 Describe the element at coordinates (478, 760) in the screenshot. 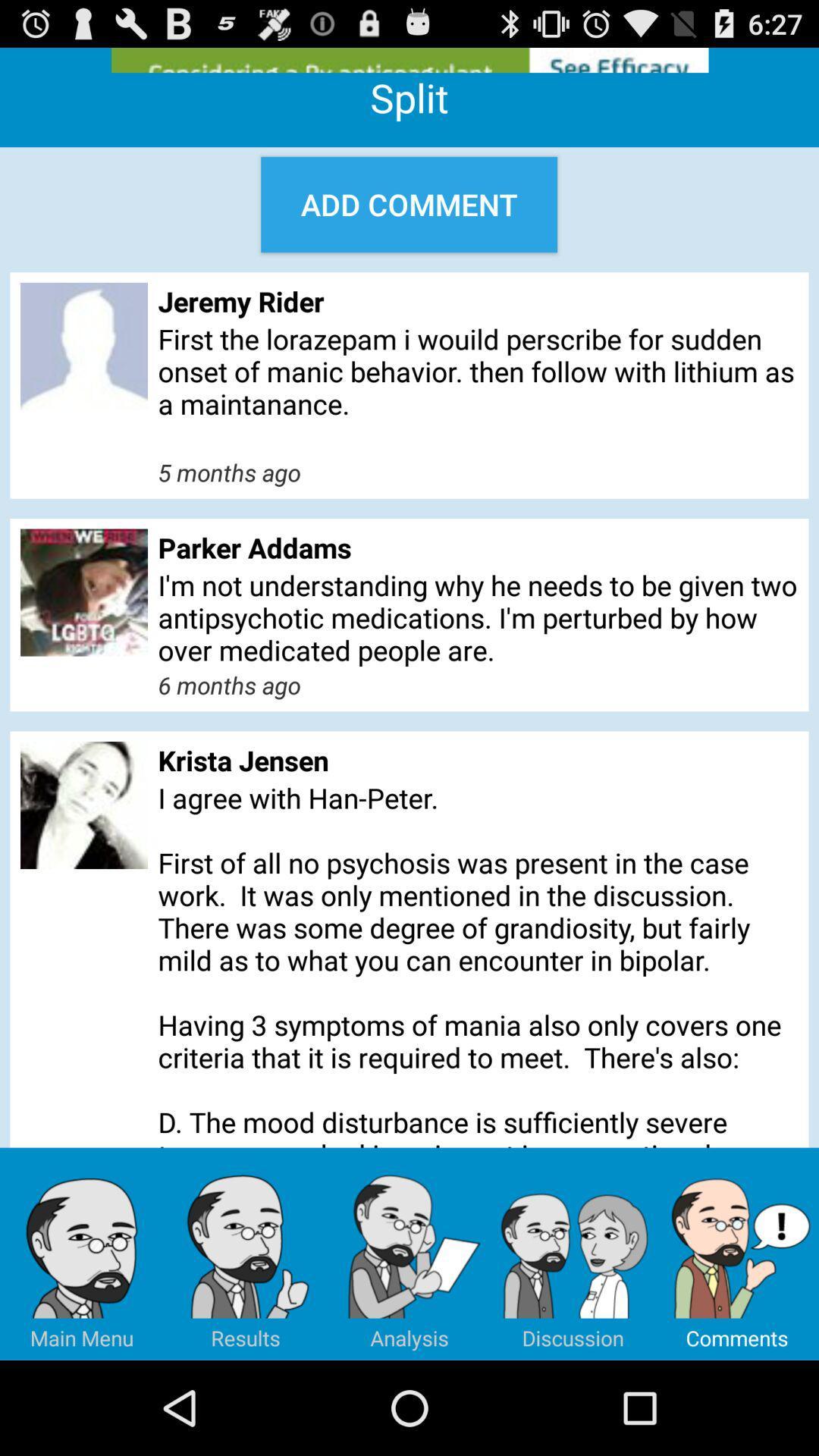

I see `the krista jensen` at that location.